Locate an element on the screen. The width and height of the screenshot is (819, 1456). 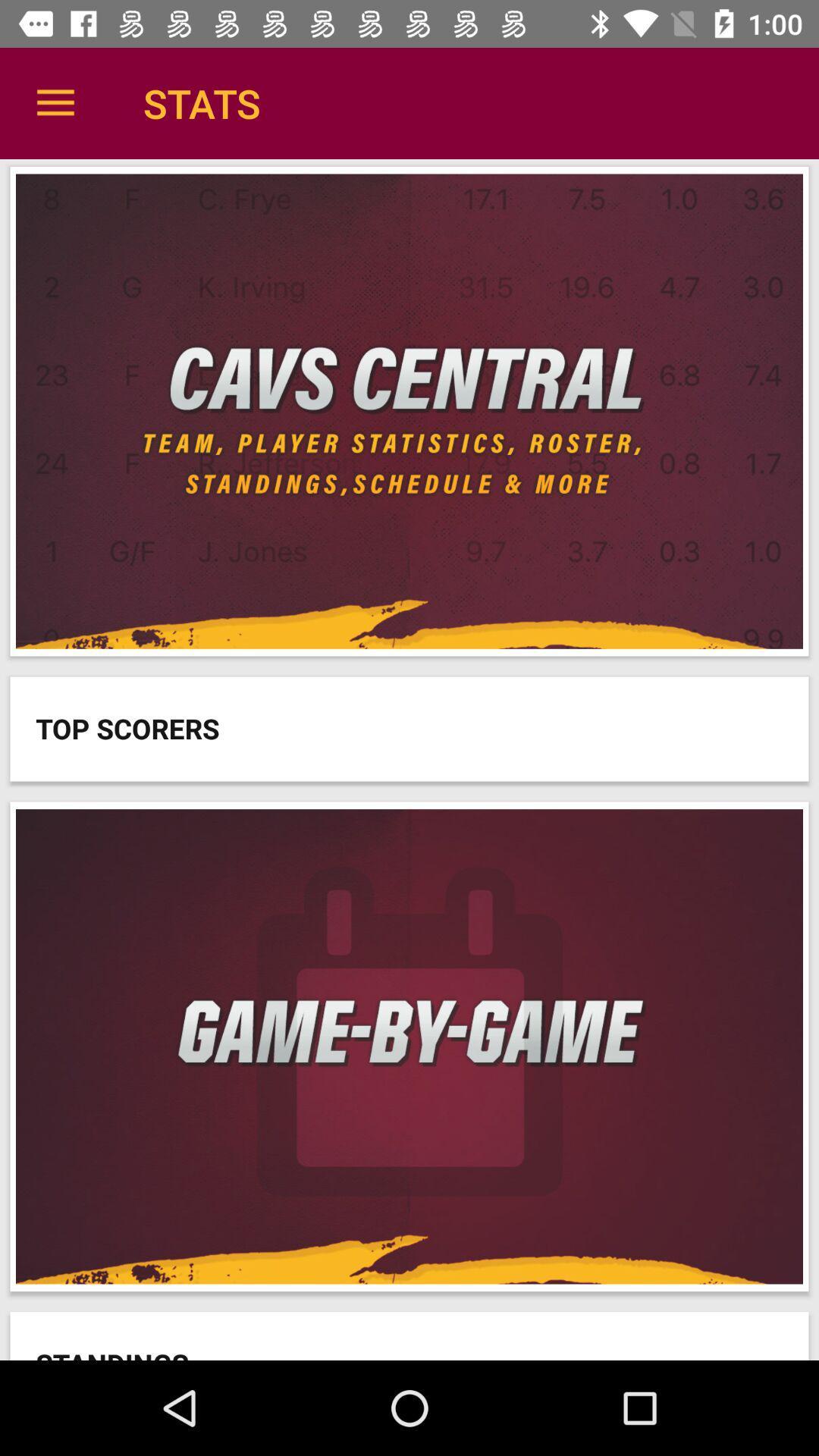
the icon to the left of the stats item is located at coordinates (55, 102).